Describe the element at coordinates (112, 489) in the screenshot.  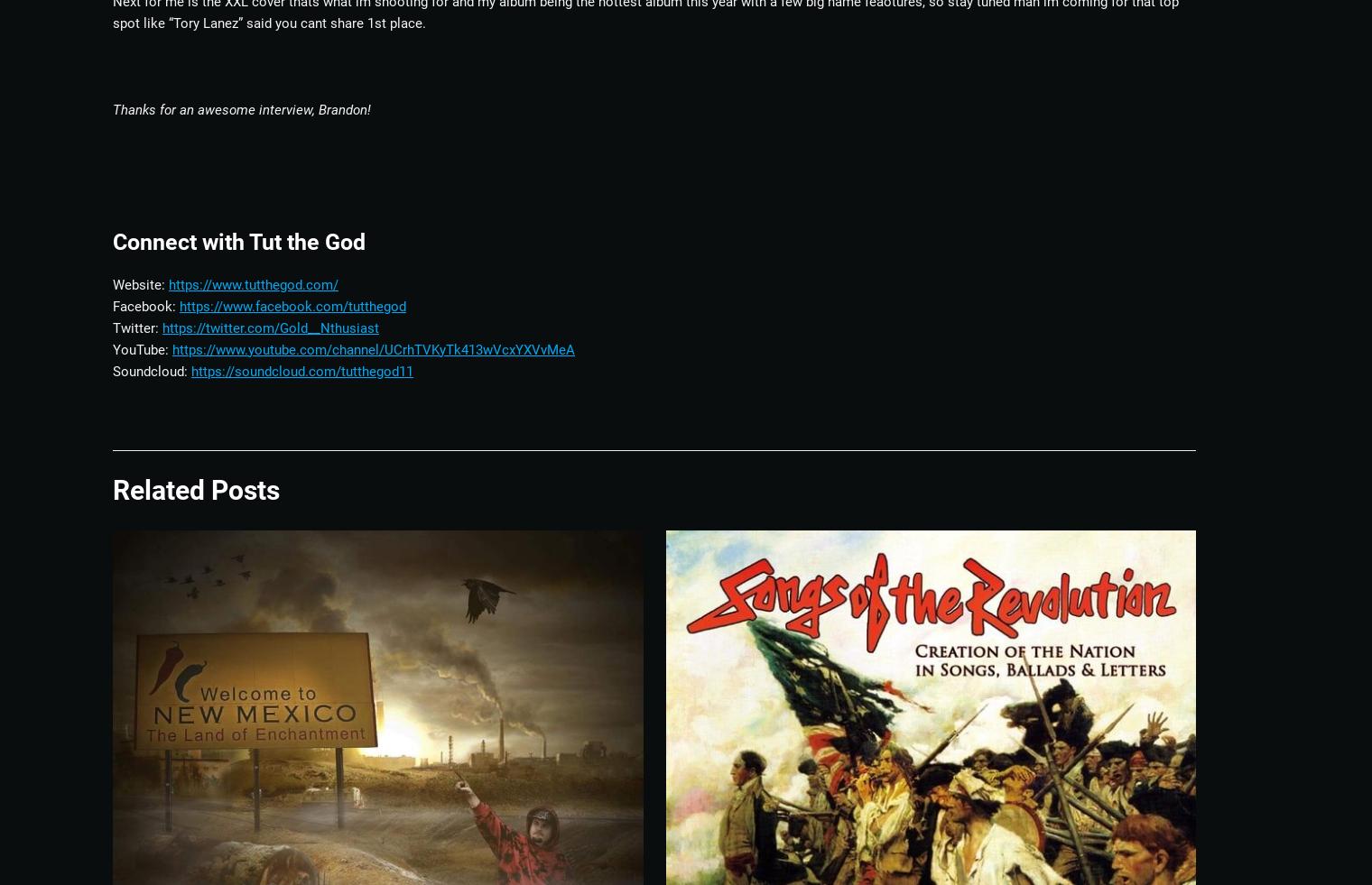
I see `'Related Posts'` at that location.